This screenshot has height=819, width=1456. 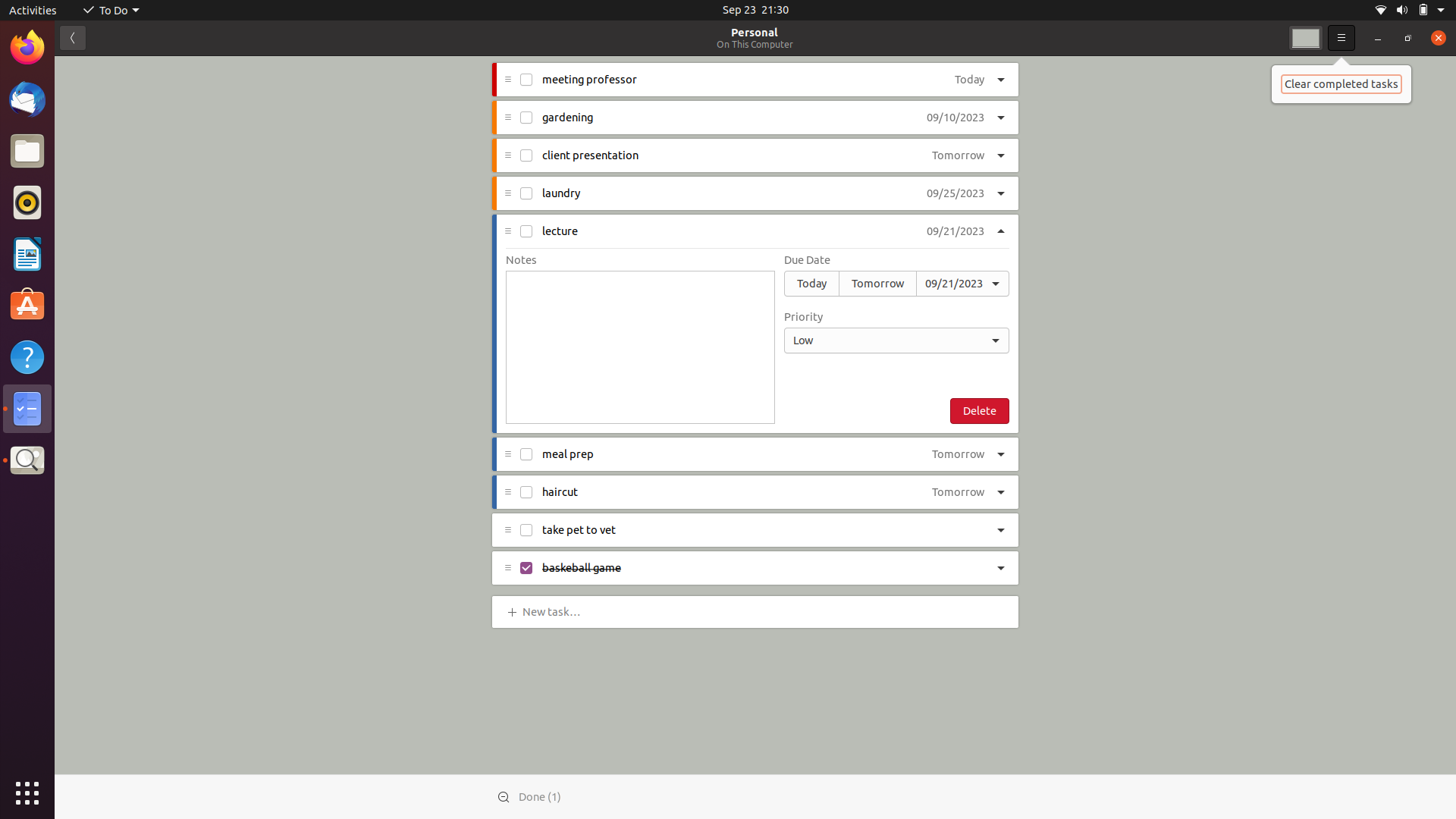 I want to click on Change "meeting professor" date to next month, so click(x=964, y=81).